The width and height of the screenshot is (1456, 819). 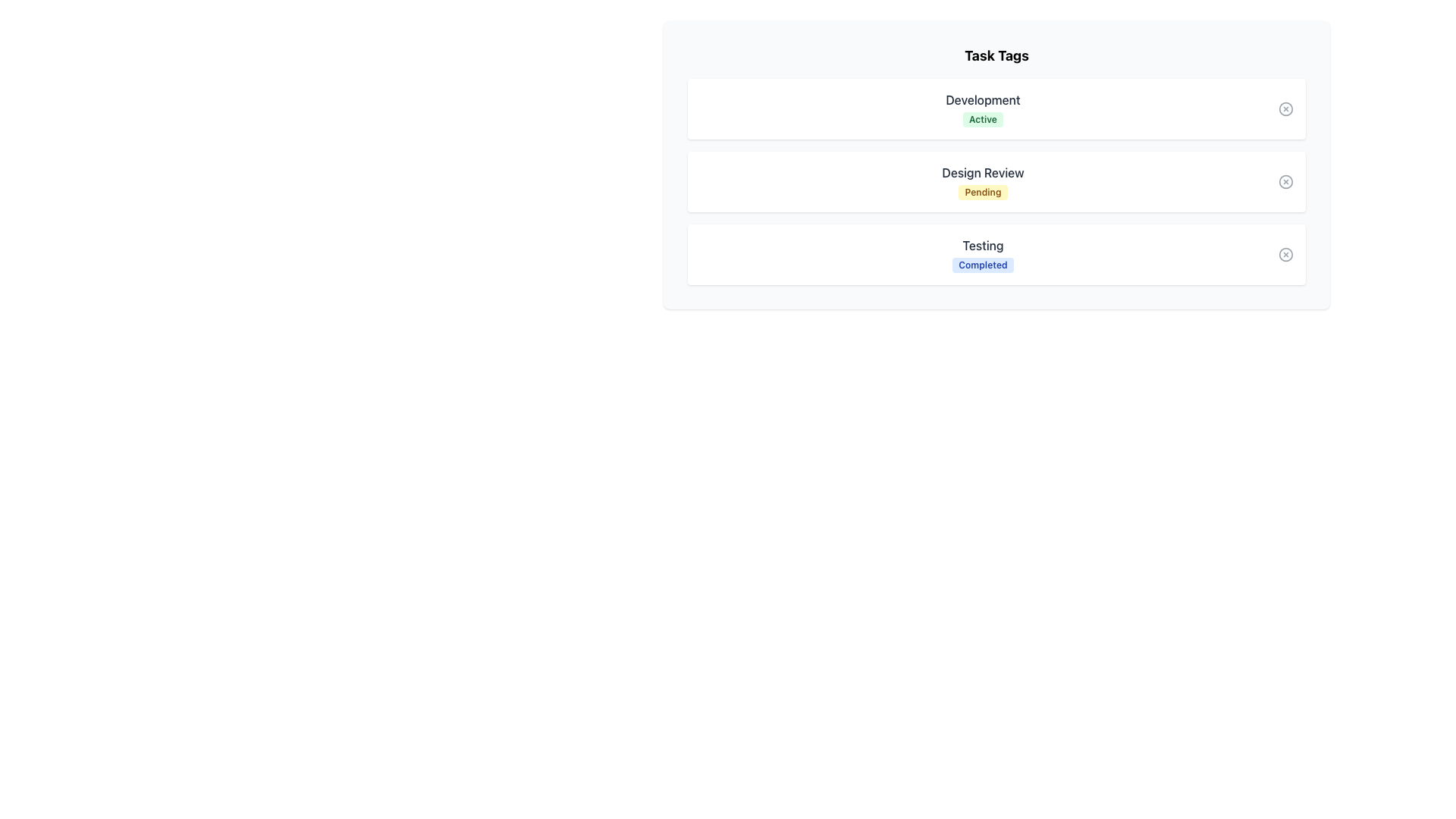 What do you see at coordinates (1285, 253) in the screenshot?
I see `the icon button located at the far right of the 'Testing' task tag to observe a color change` at bounding box center [1285, 253].